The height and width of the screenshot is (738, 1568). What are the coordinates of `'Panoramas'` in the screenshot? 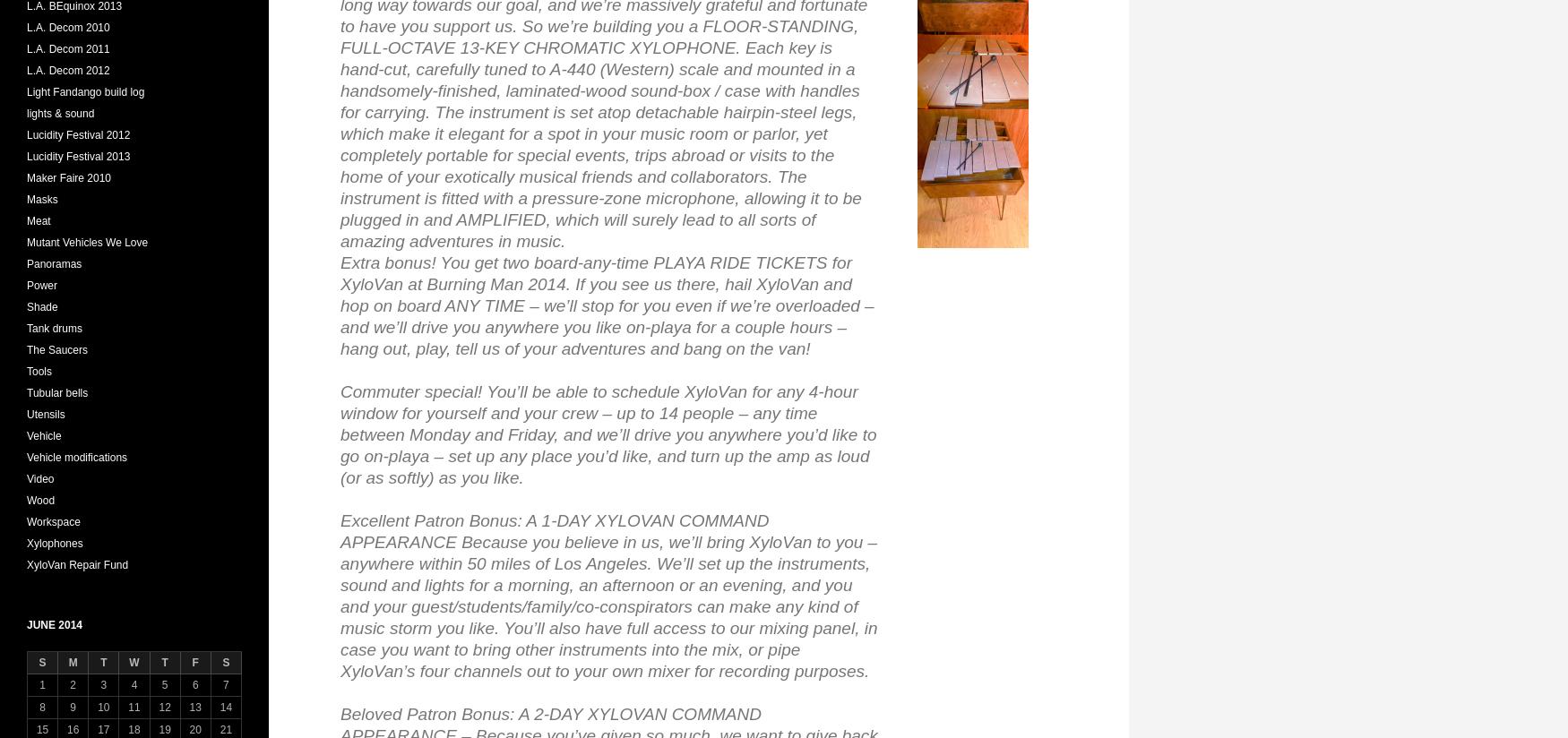 It's located at (53, 262).